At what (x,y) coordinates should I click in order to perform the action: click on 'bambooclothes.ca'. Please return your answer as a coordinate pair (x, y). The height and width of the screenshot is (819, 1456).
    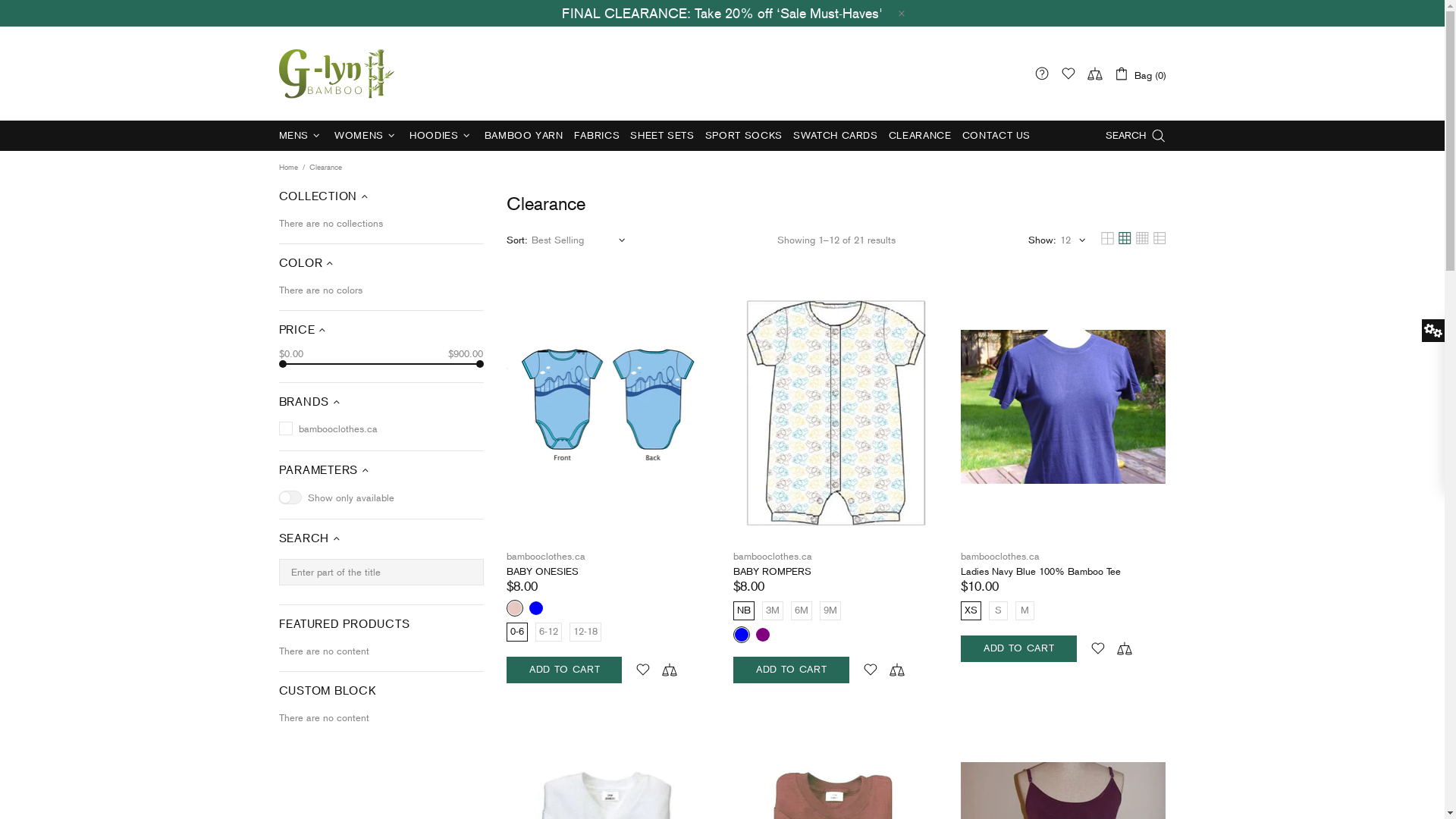
    Looking at the image, I should click on (337, 73).